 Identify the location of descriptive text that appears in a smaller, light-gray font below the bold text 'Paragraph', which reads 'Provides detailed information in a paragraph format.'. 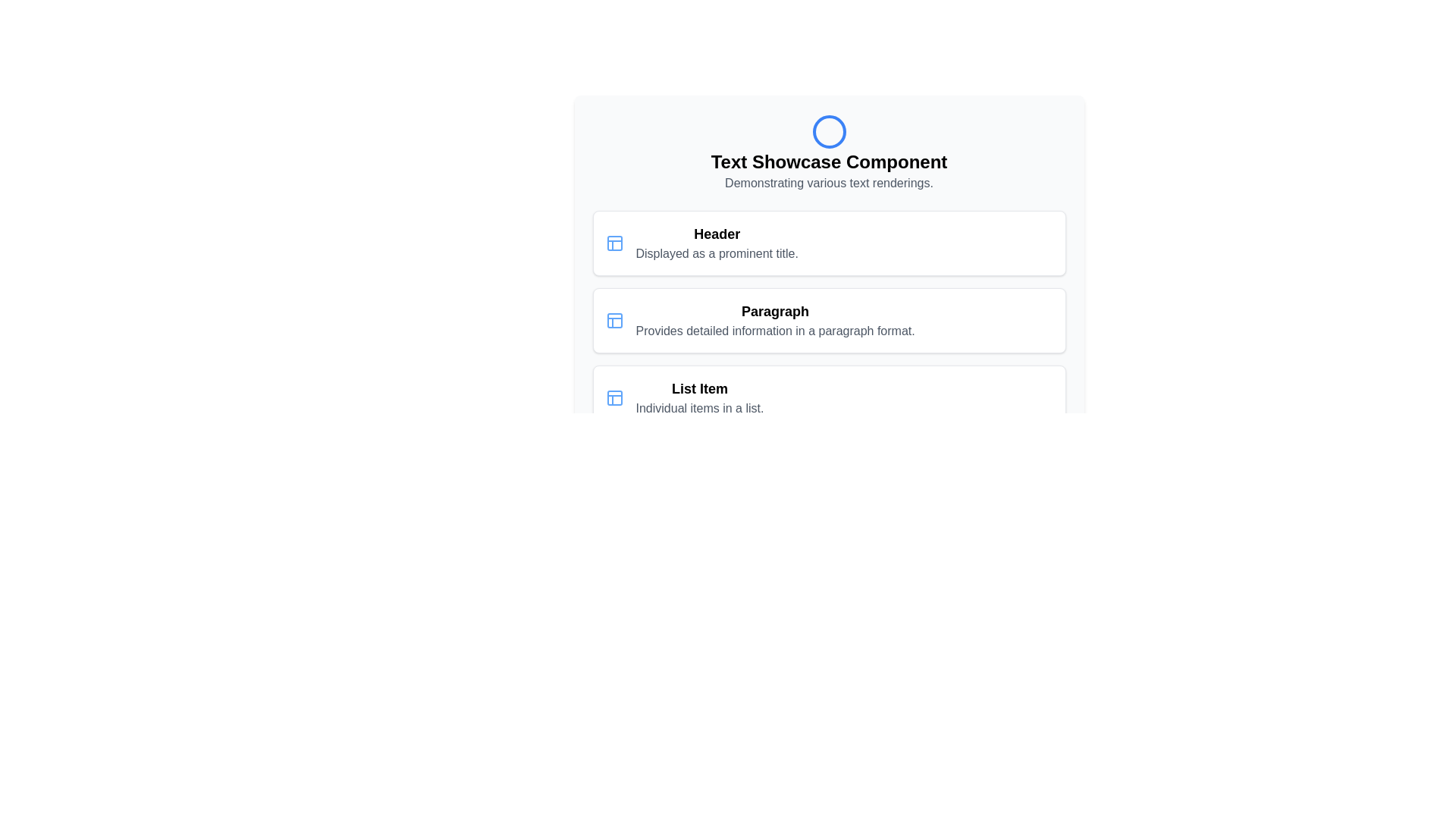
(775, 330).